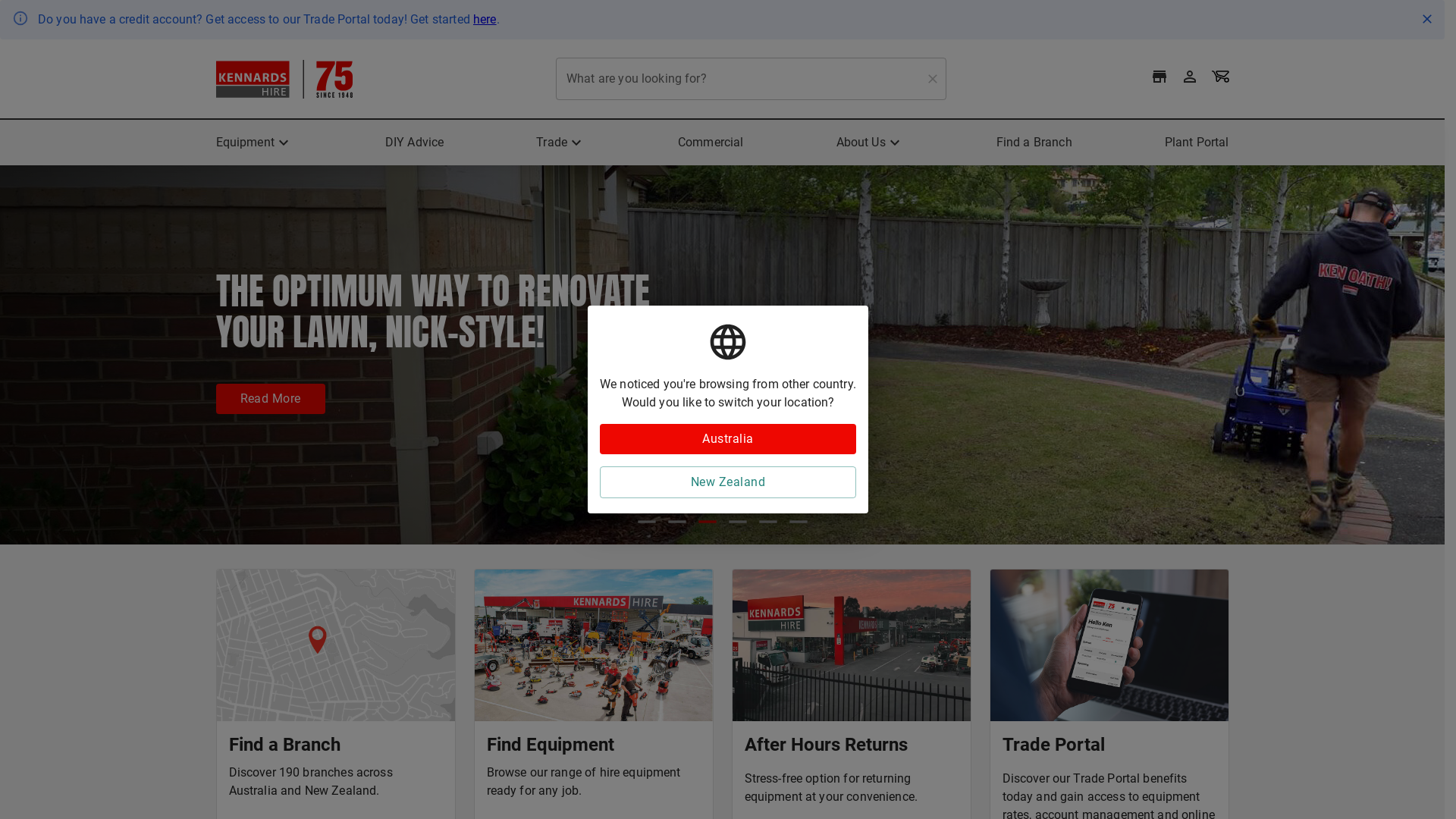 The height and width of the screenshot is (819, 1456). I want to click on 'New Zealand', so click(728, 482).